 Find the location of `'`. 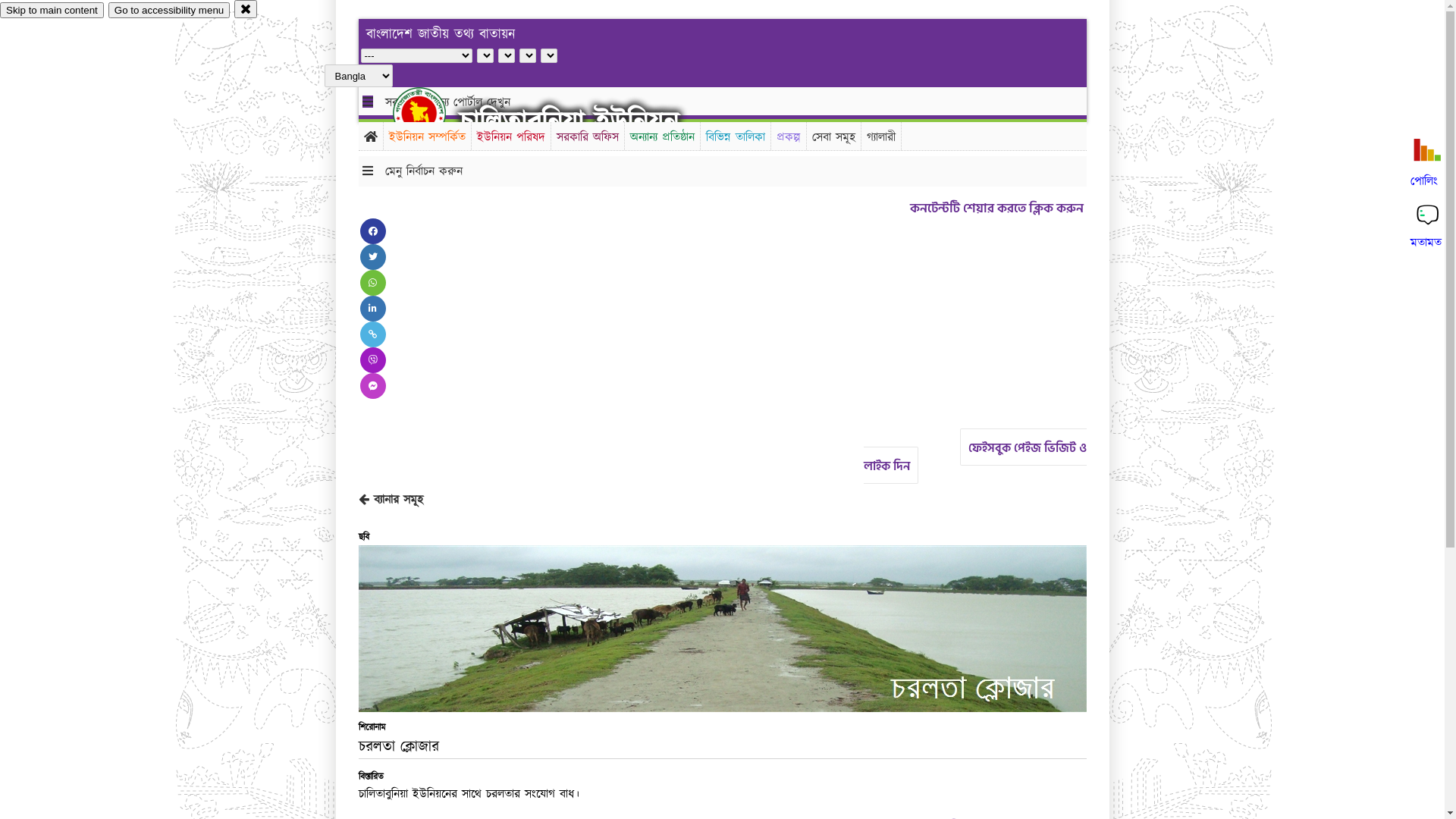

' is located at coordinates (431, 112).